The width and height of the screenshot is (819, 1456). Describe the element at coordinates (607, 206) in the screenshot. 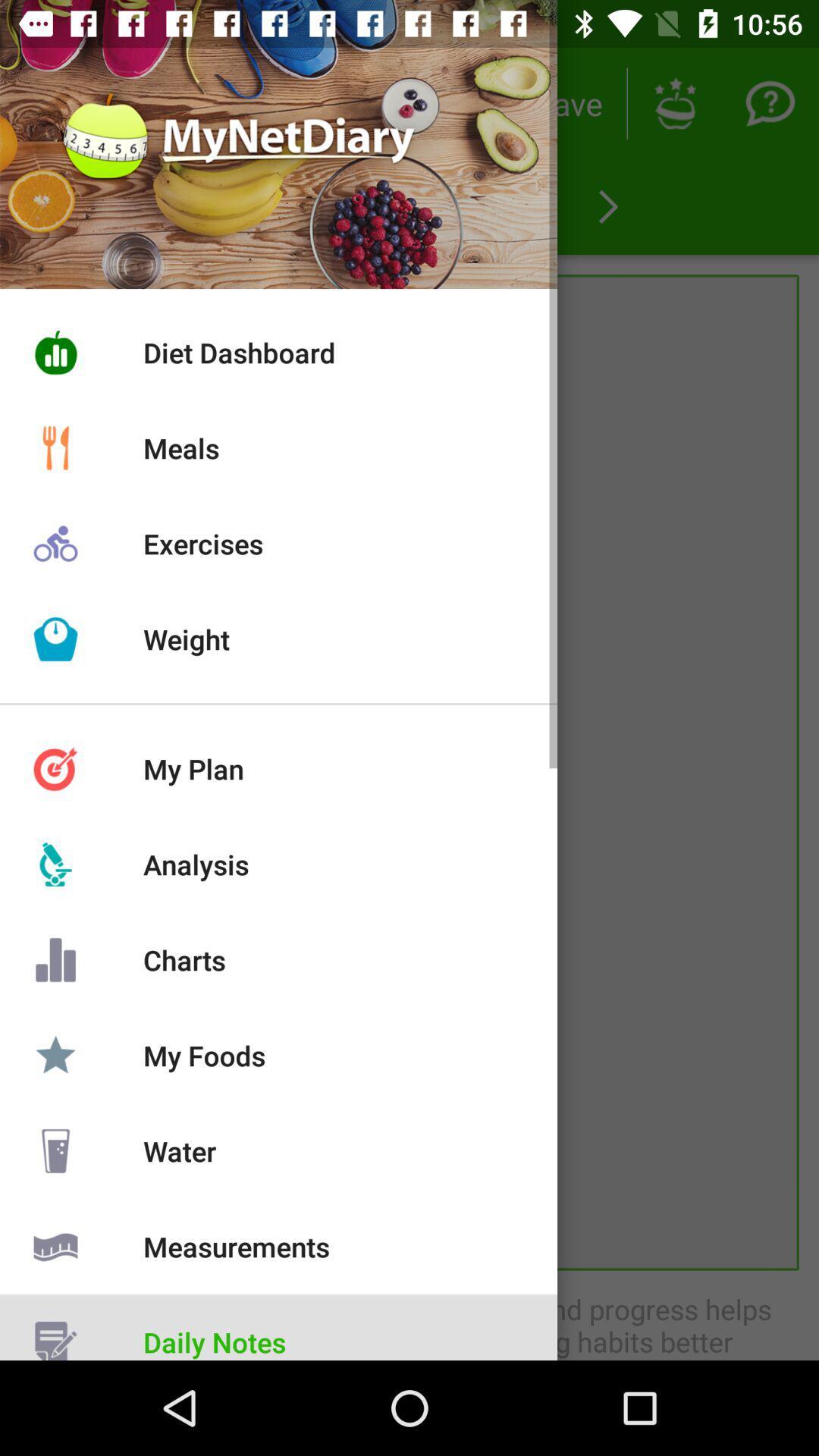

I see `the arrow_forward icon` at that location.